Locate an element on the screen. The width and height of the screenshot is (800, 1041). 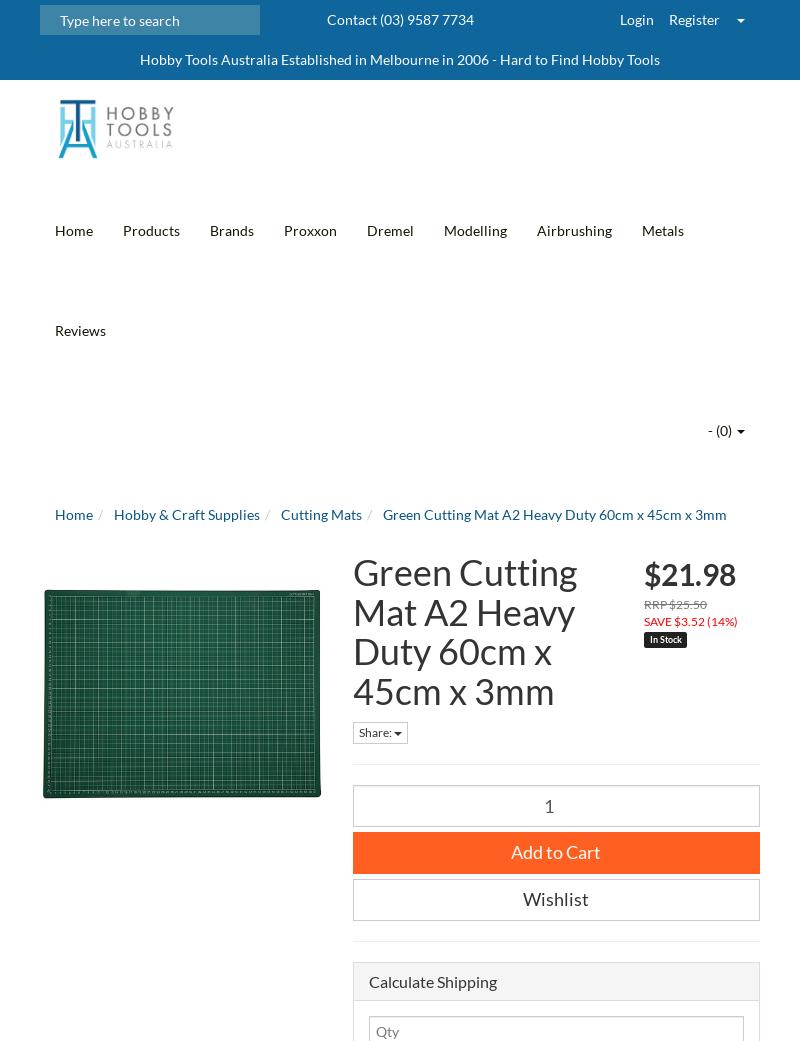
'Contact (03) 9587 7734' is located at coordinates (325, 18).